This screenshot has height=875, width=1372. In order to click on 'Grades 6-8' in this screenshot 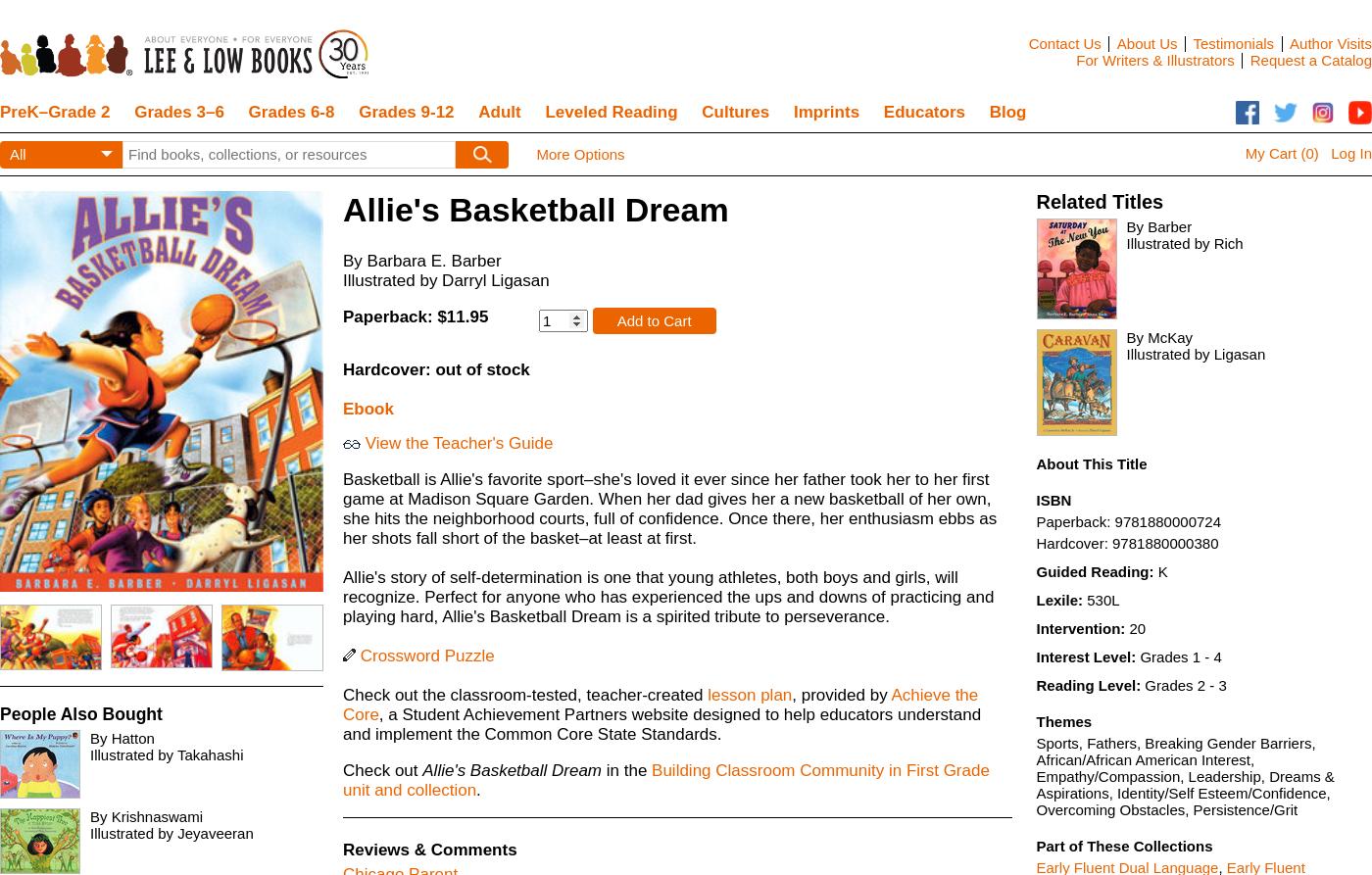, I will do `click(247, 112)`.